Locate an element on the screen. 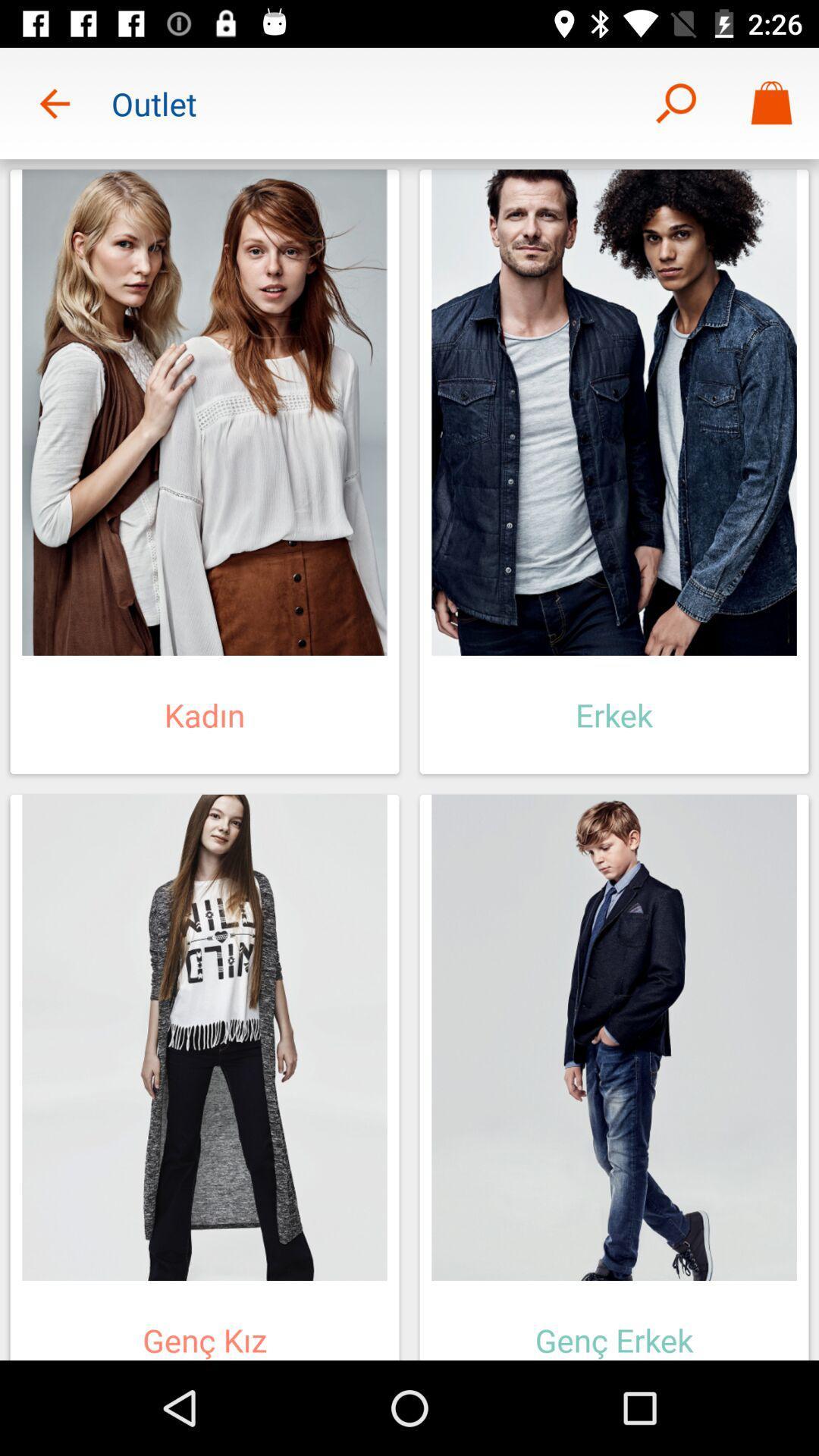 The height and width of the screenshot is (1456, 819). icon to the right of outlet item is located at coordinates (675, 102).